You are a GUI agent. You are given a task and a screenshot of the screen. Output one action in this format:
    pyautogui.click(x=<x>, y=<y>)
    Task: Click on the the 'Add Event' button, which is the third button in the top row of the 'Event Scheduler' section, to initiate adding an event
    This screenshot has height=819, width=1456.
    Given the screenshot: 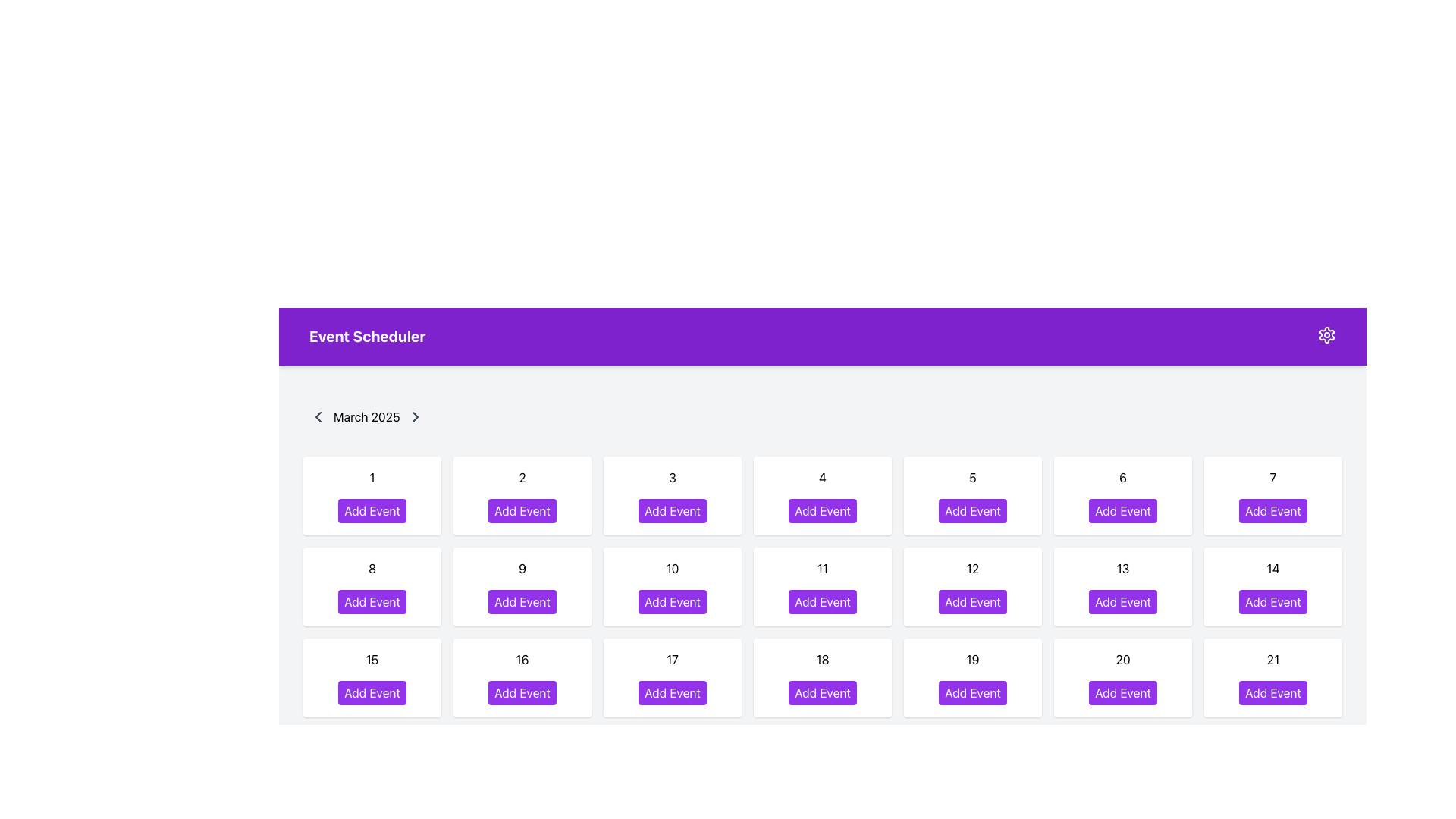 What is the action you would take?
    pyautogui.click(x=672, y=511)
    